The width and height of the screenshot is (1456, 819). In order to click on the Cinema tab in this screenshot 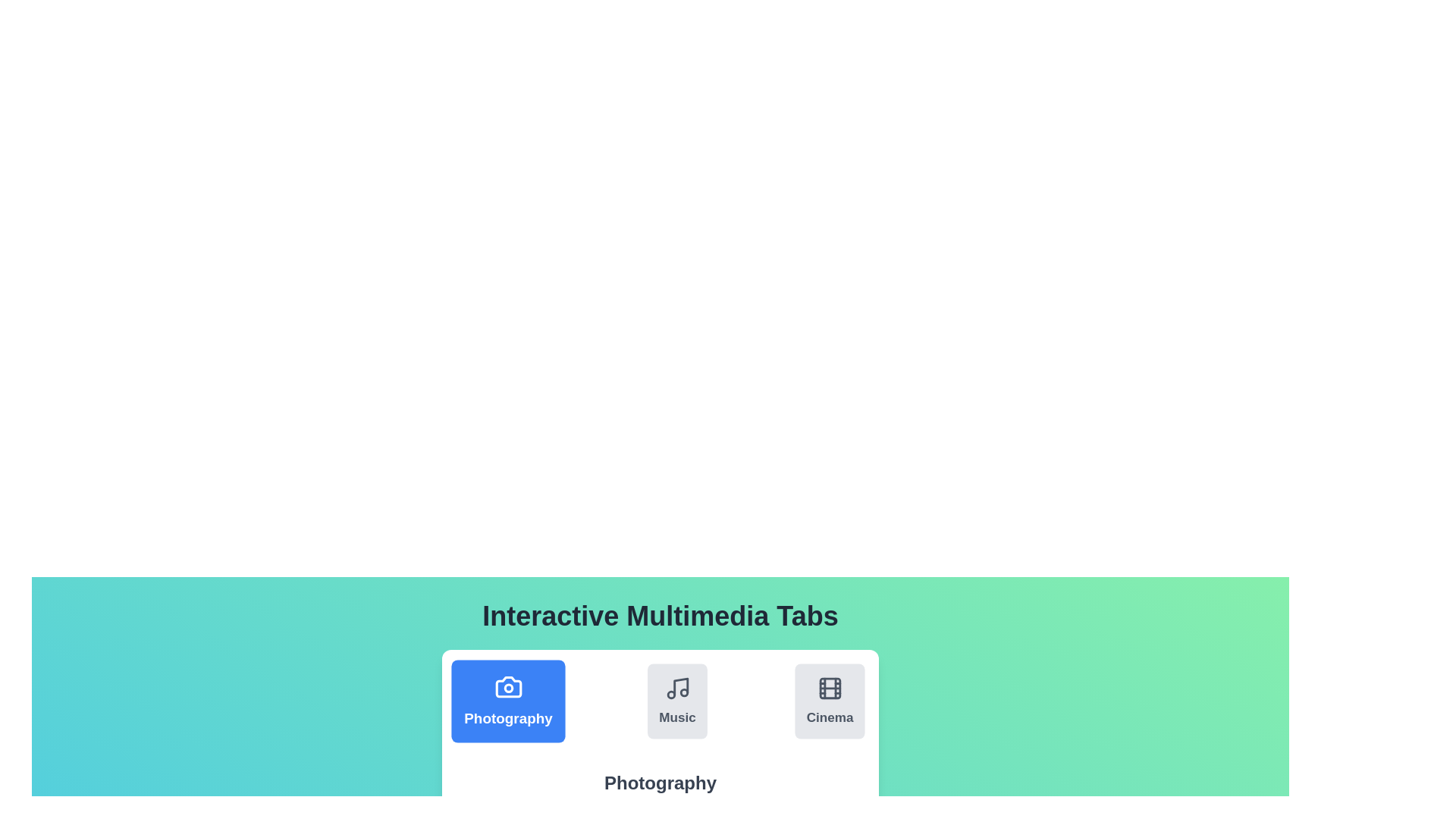, I will do `click(829, 701)`.